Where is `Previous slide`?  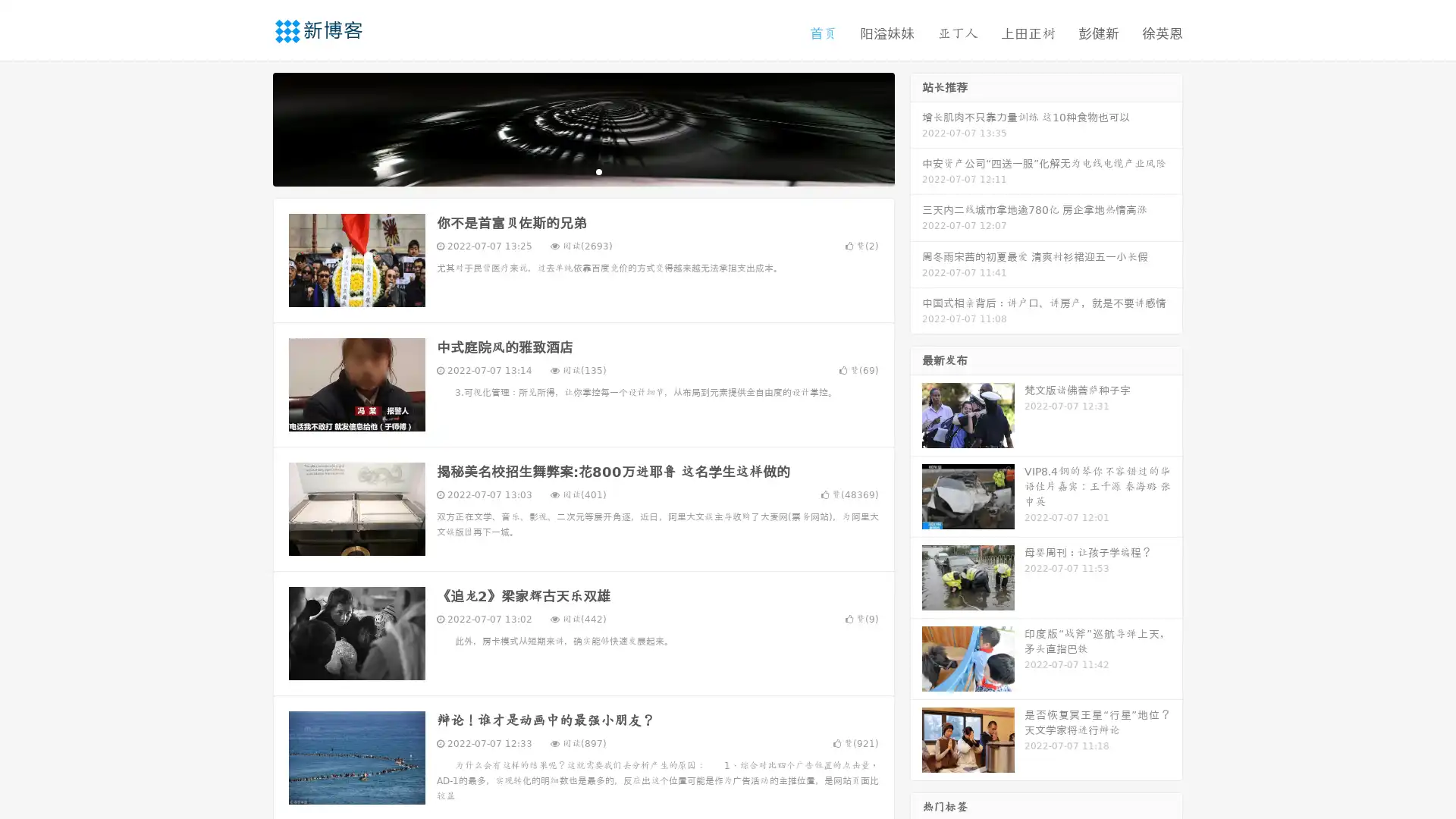 Previous slide is located at coordinates (250, 127).